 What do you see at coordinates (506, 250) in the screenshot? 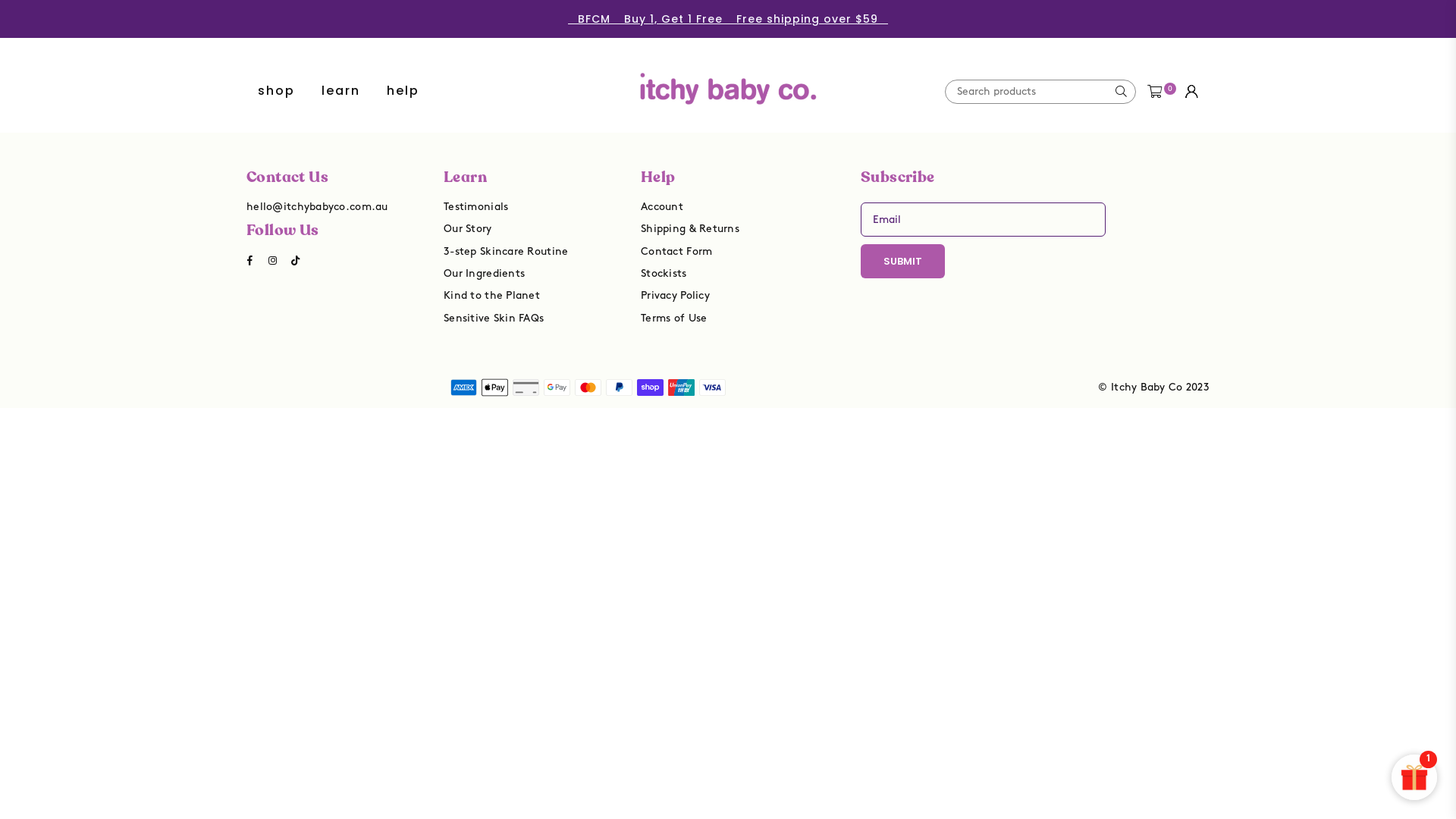
I see `'3-step Skincare Routine'` at bounding box center [506, 250].